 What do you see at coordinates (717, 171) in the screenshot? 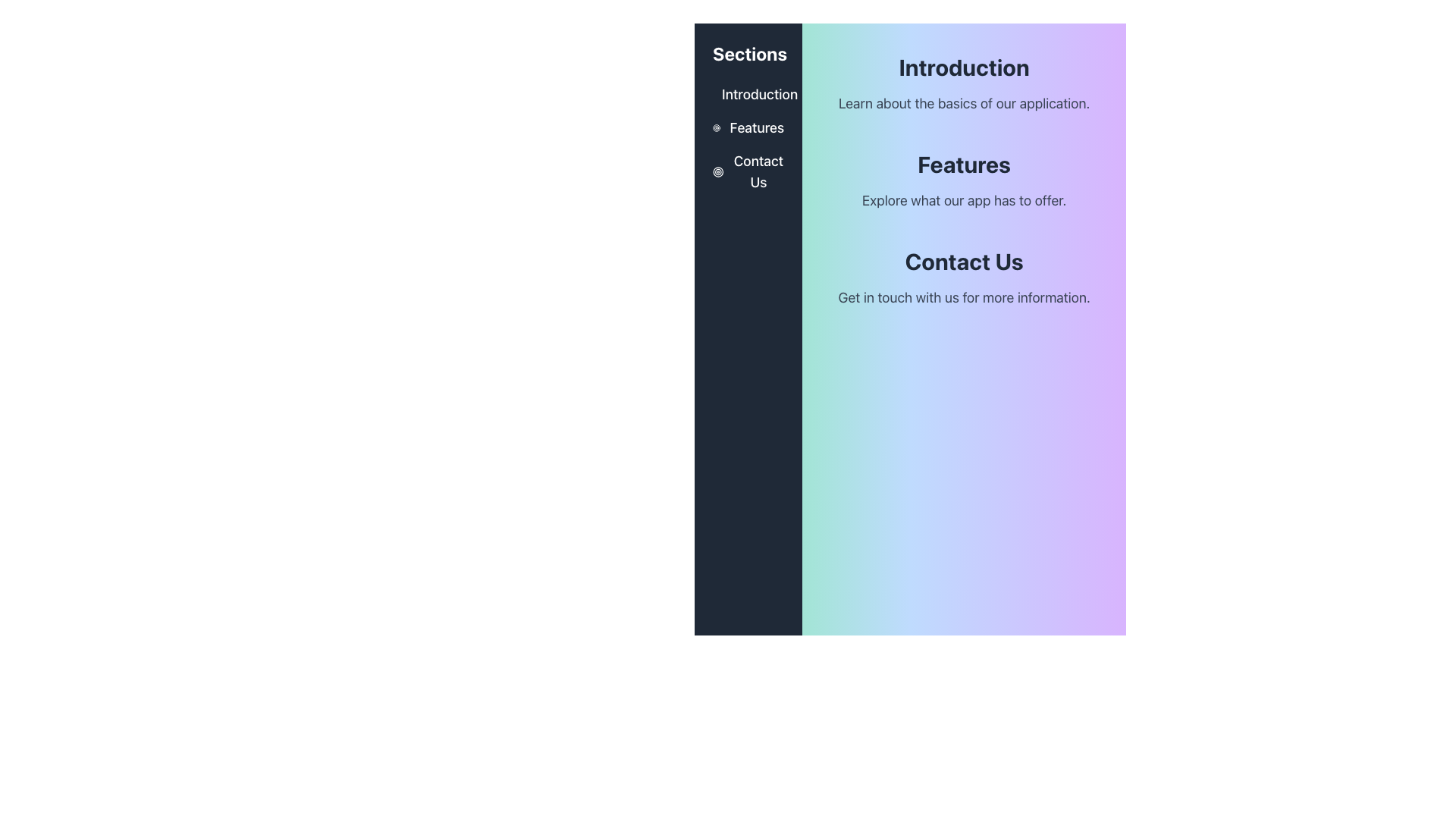
I see `the graphical icon component that represents the outer ring of the target design located next to the 'Contact Us' label in the vertical side navigation panel` at bounding box center [717, 171].